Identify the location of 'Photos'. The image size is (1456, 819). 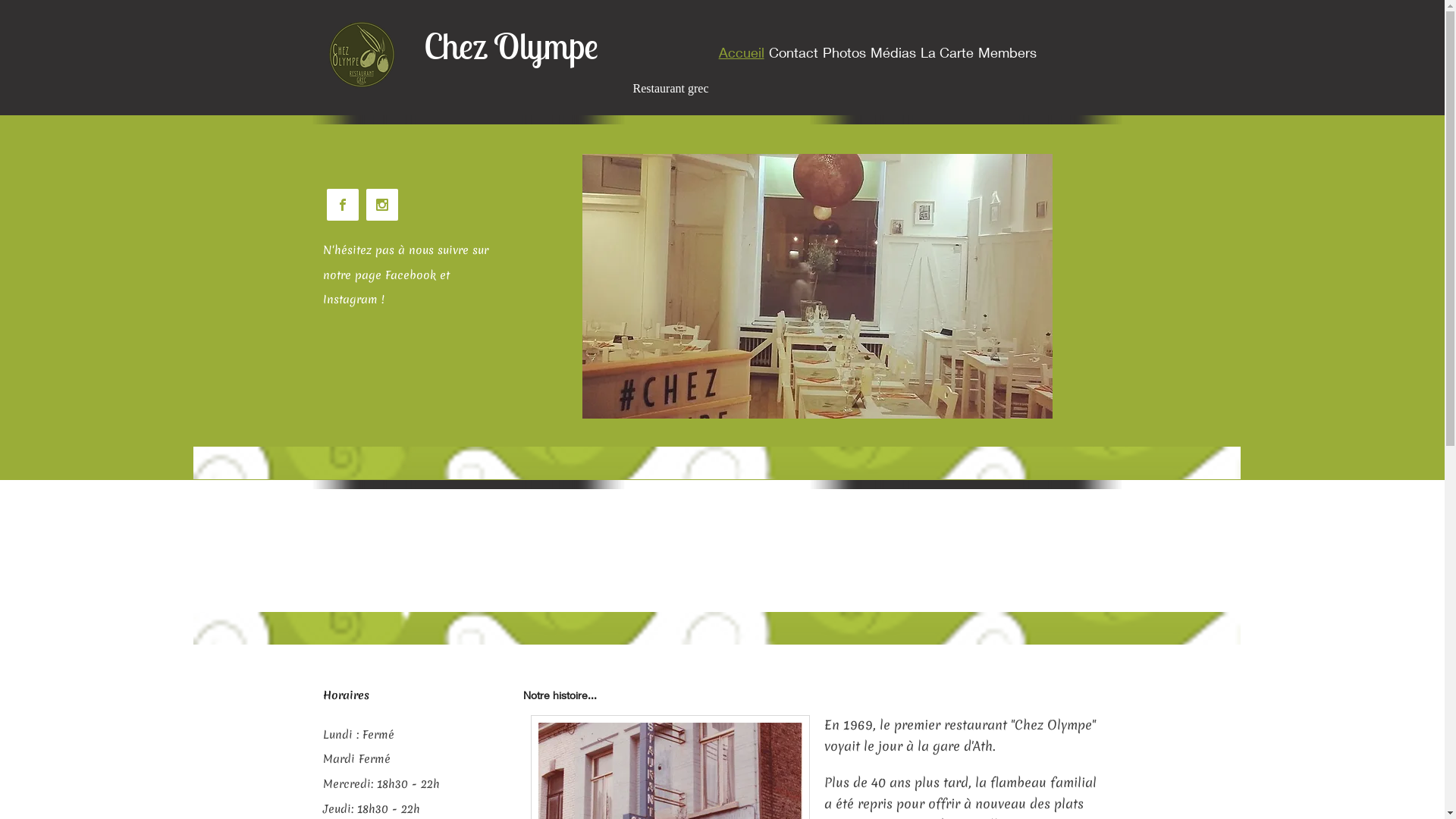
(843, 52).